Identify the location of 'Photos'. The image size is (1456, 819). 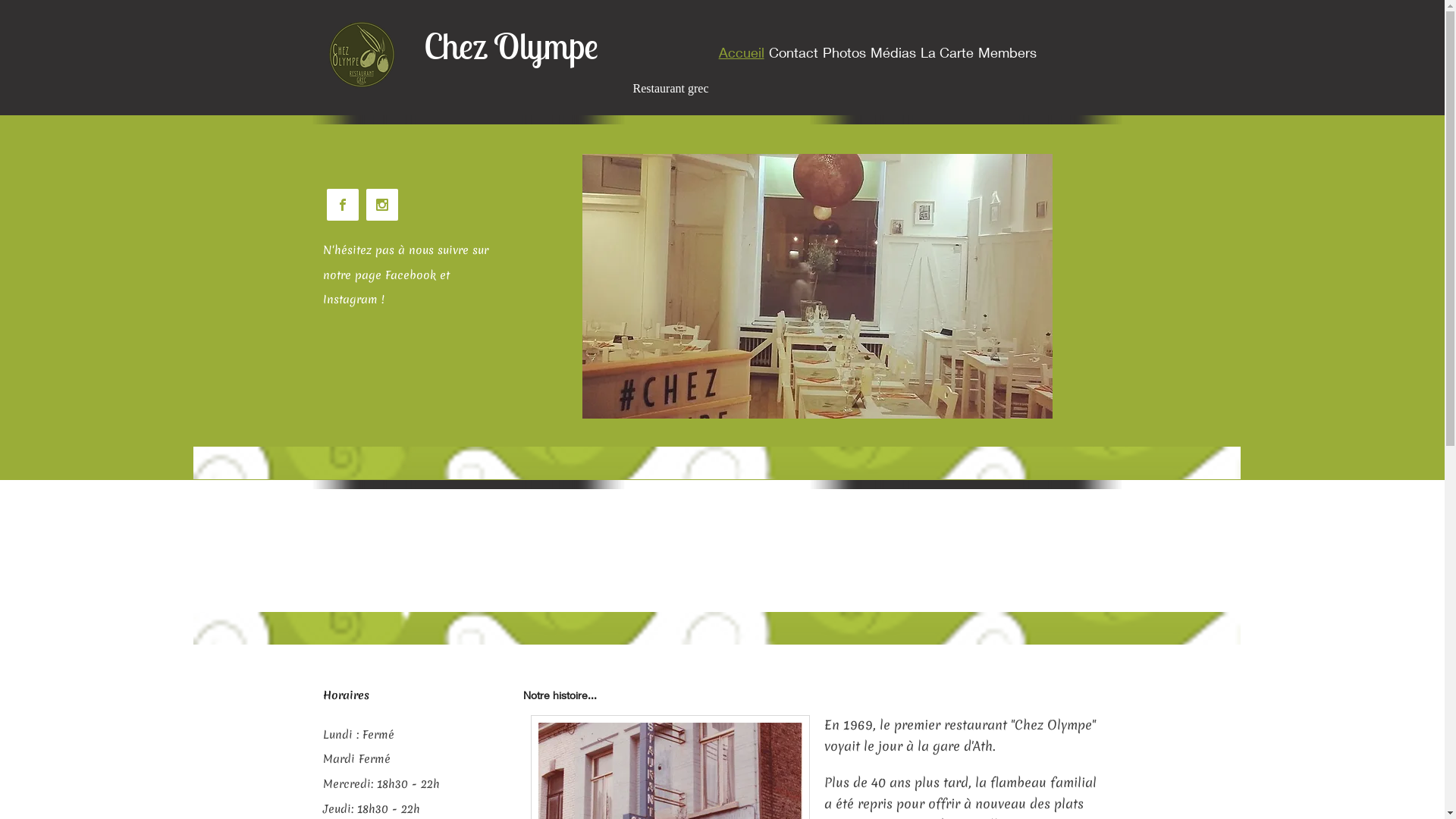
(843, 52).